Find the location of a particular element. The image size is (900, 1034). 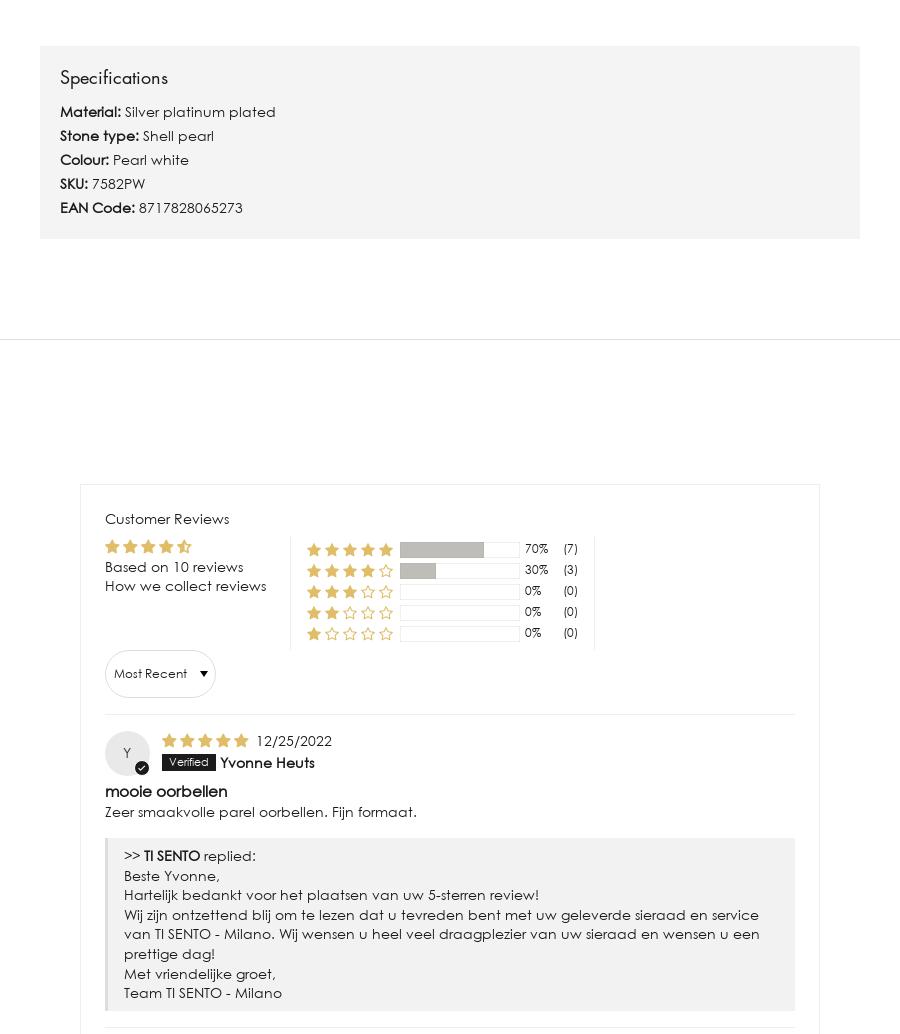

'Colour:' is located at coordinates (85, 158).